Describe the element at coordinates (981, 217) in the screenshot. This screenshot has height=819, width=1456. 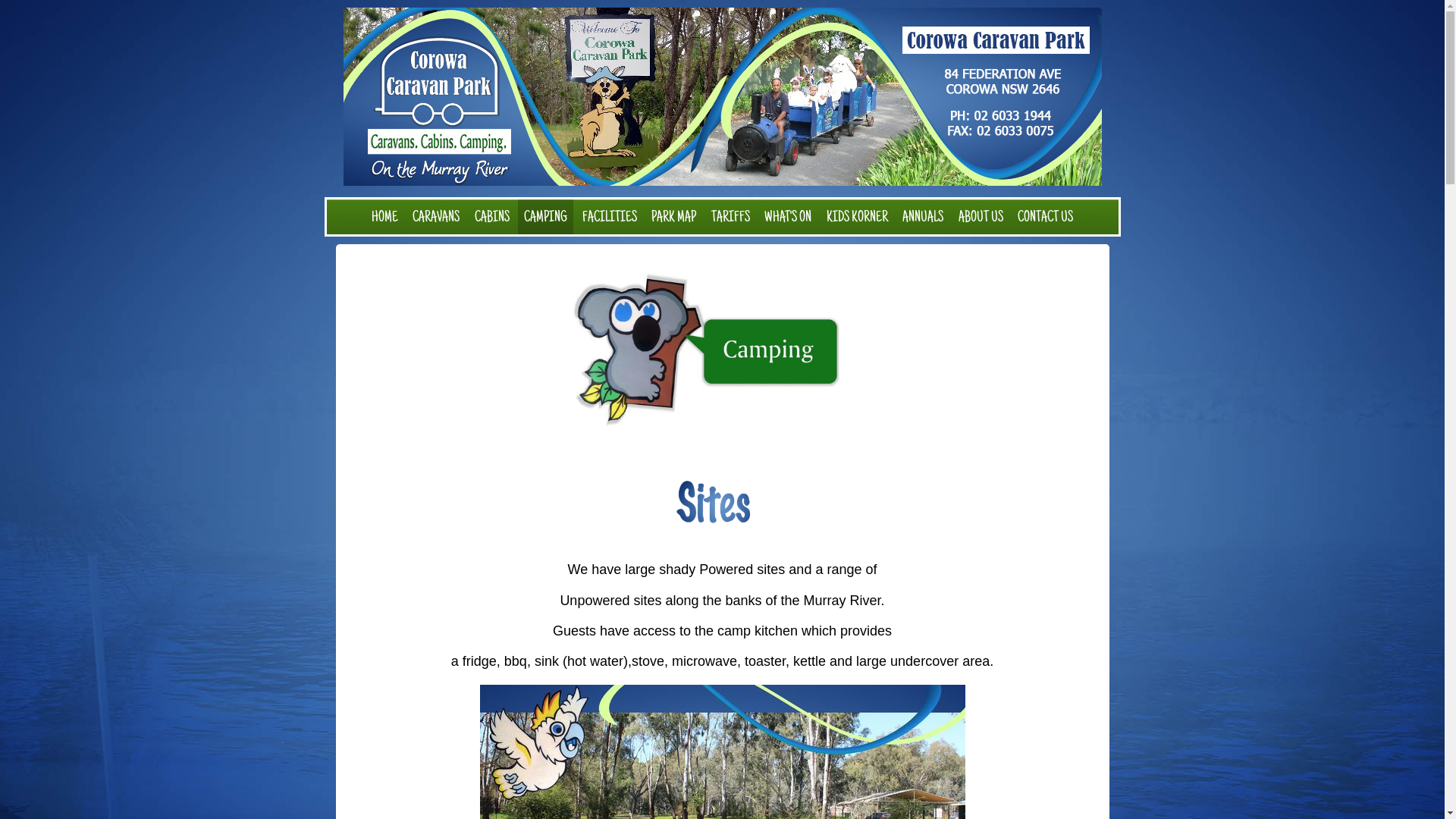
I see `'ABOUT US'` at that location.